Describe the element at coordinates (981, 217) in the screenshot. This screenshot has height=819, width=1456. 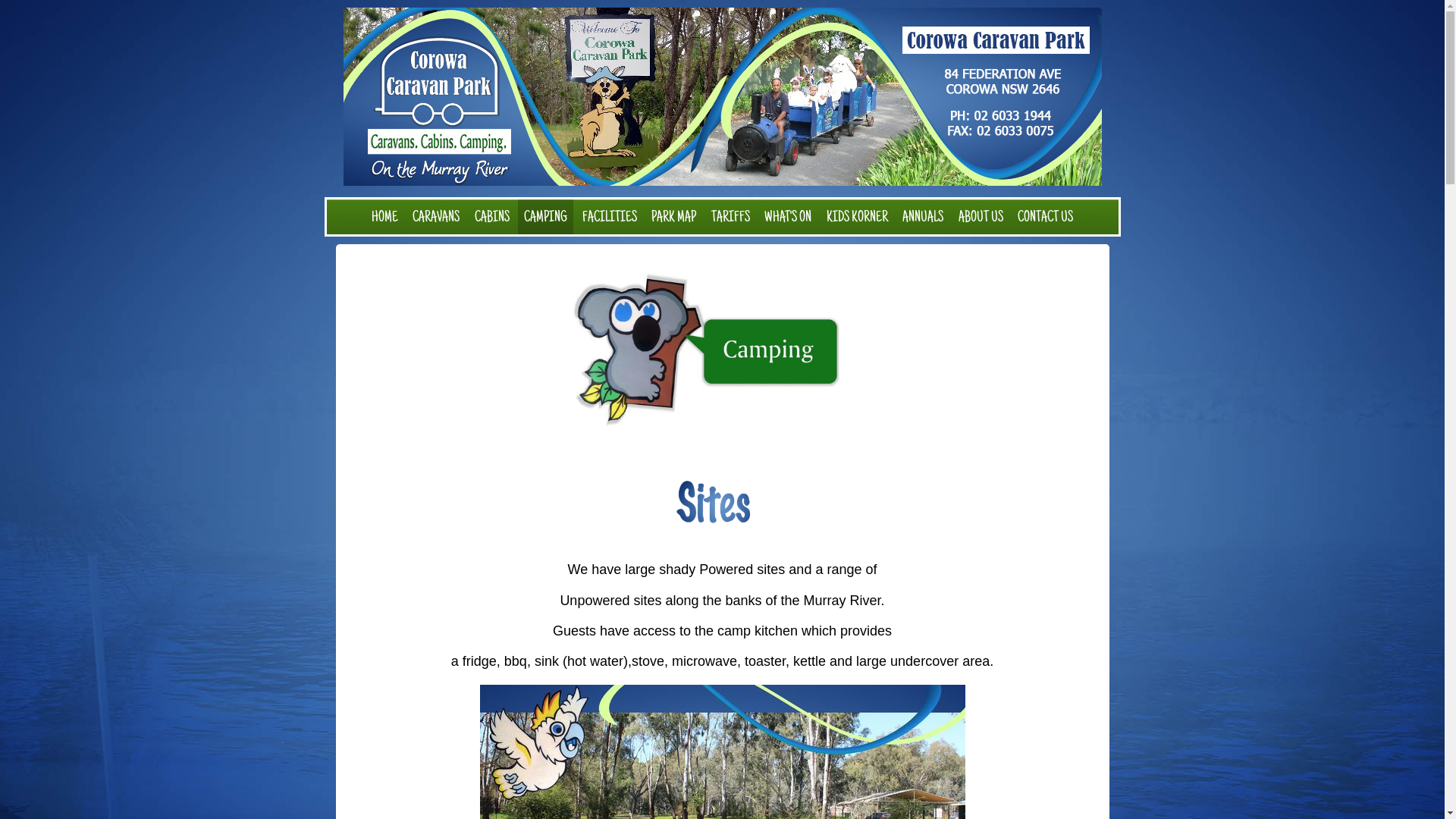
I see `'ABOUT US'` at that location.